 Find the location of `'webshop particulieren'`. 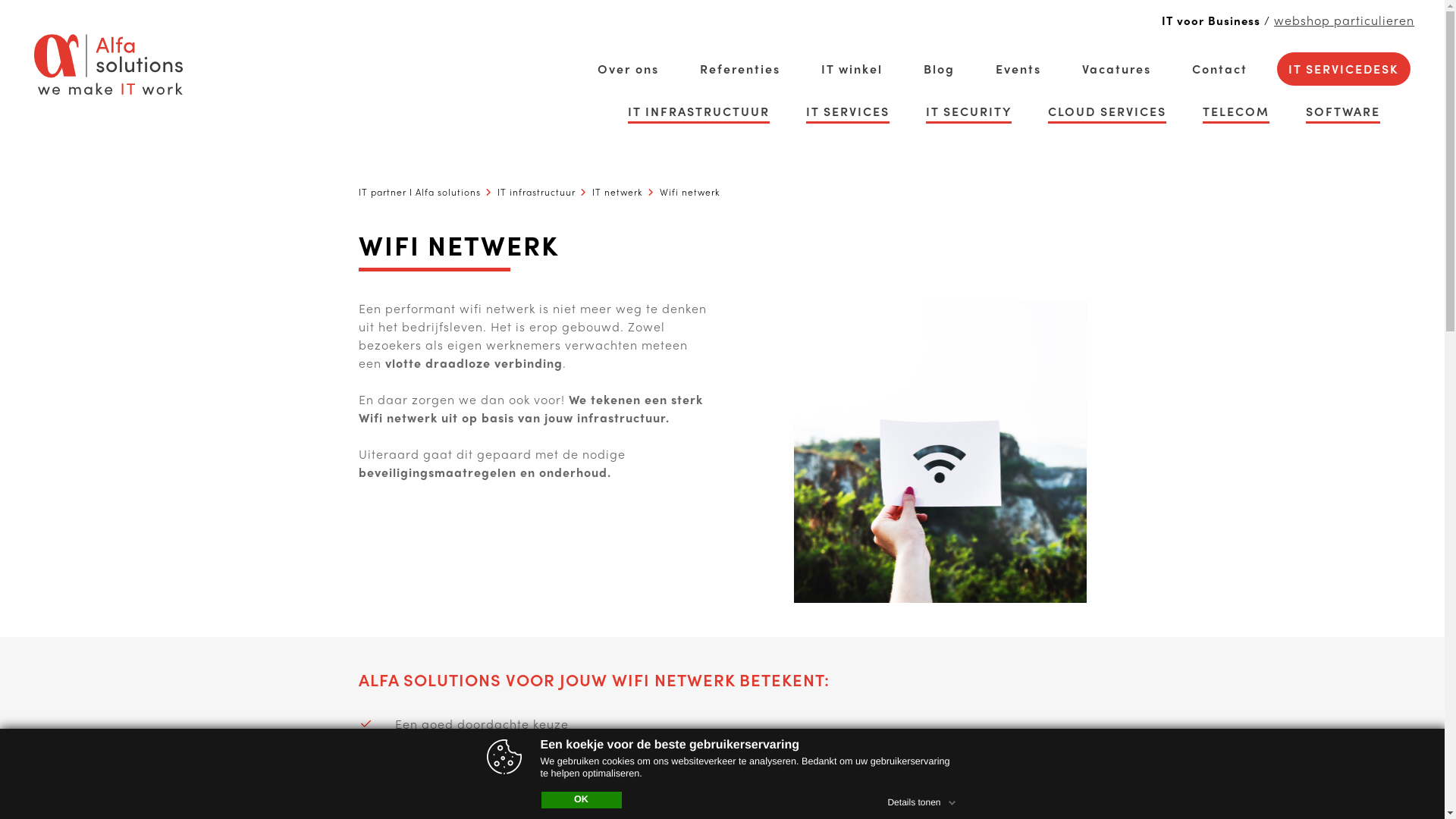

'webshop particulieren' is located at coordinates (1344, 20).